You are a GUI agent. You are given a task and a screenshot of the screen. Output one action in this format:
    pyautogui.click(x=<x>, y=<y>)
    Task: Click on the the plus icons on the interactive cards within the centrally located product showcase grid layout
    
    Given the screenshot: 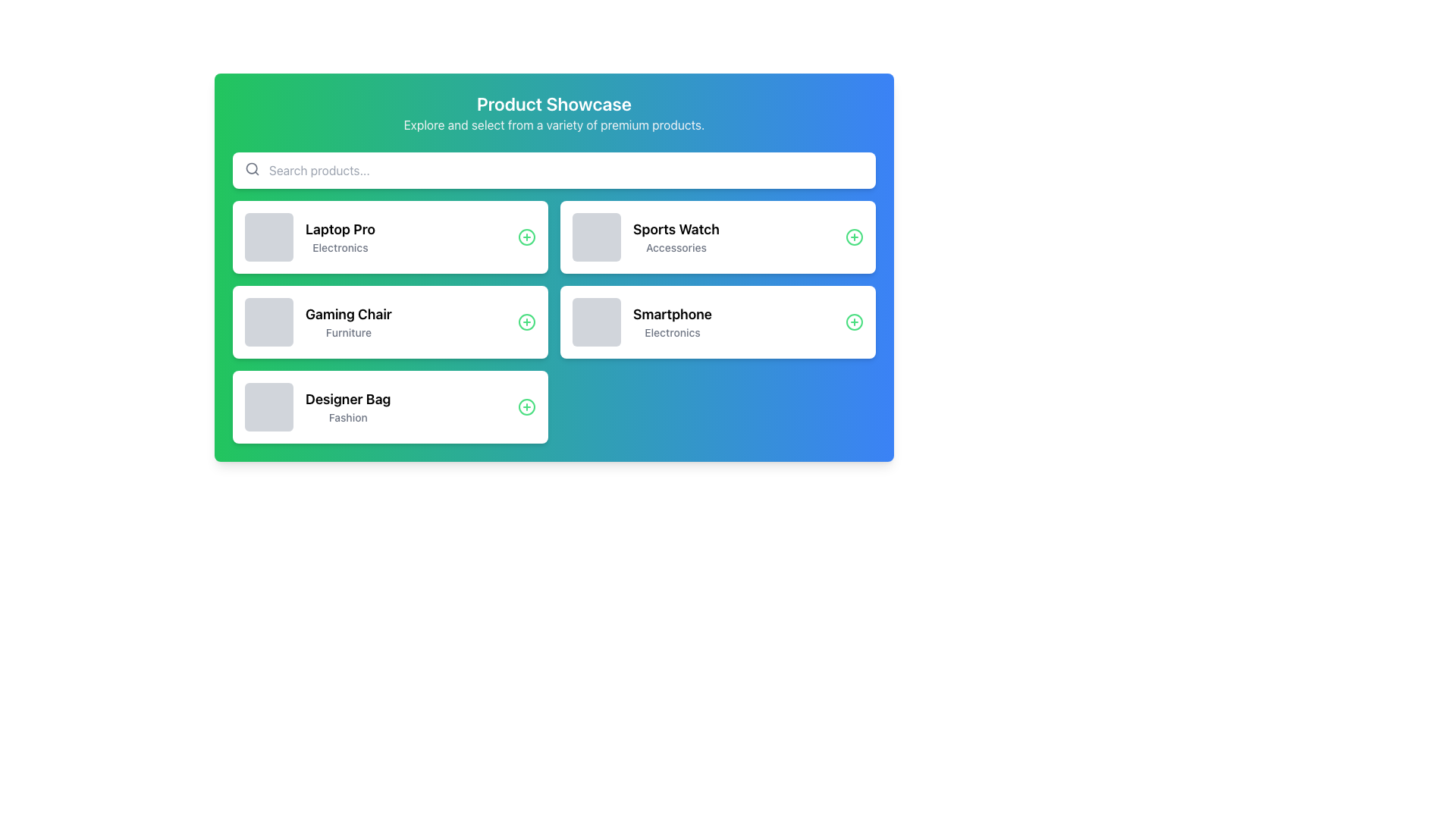 What is the action you would take?
    pyautogui.click(x=553, y=321)
    